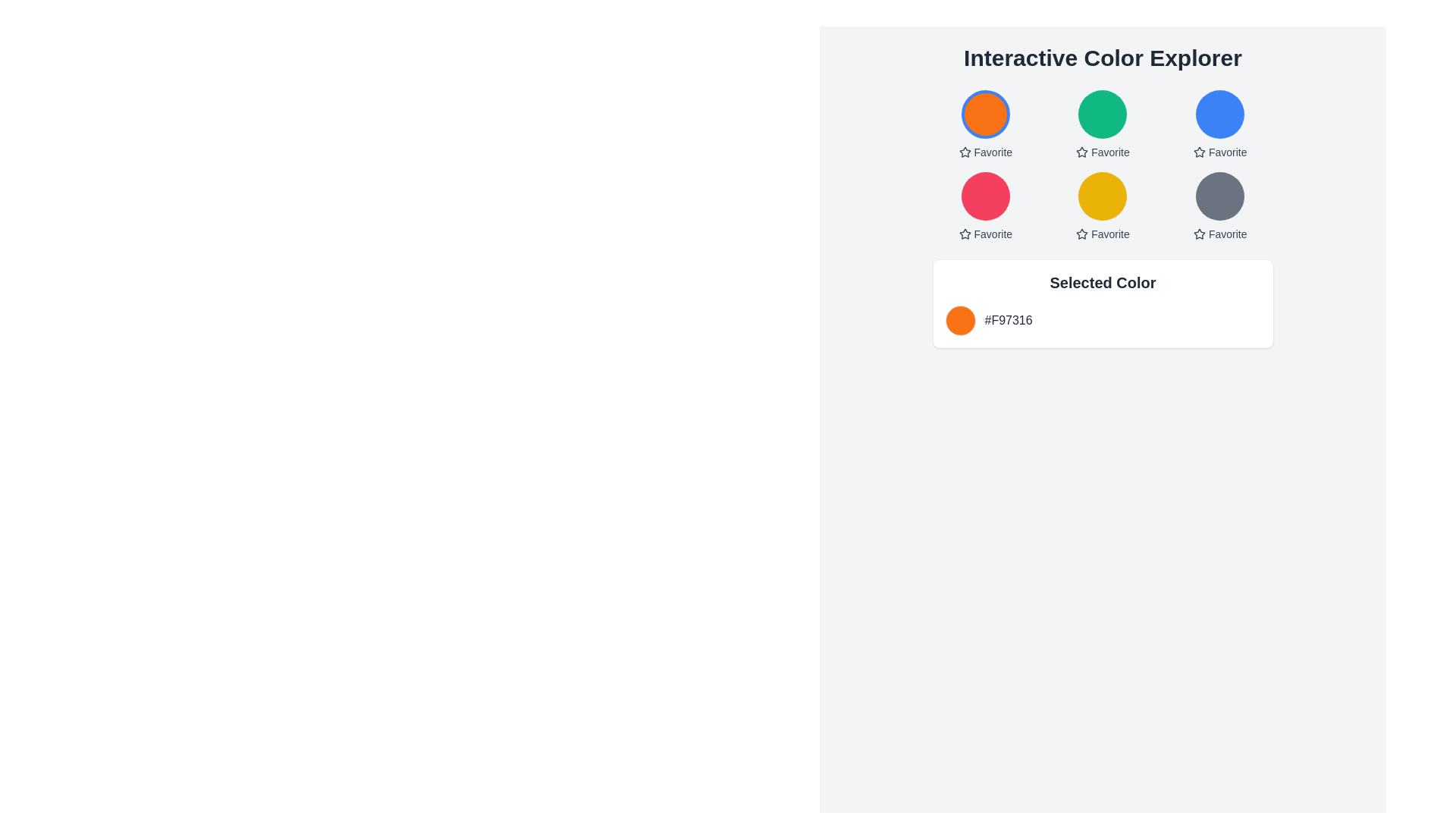 The height and width of the screenshot is (819, 1456). Describe the element at coordinates (1198, 152) in the screenshot. I see `the star icon in the top-right corner of the grid under 'Interactive Color Explorer' that marks the corresponding color as a favorite` at that location.